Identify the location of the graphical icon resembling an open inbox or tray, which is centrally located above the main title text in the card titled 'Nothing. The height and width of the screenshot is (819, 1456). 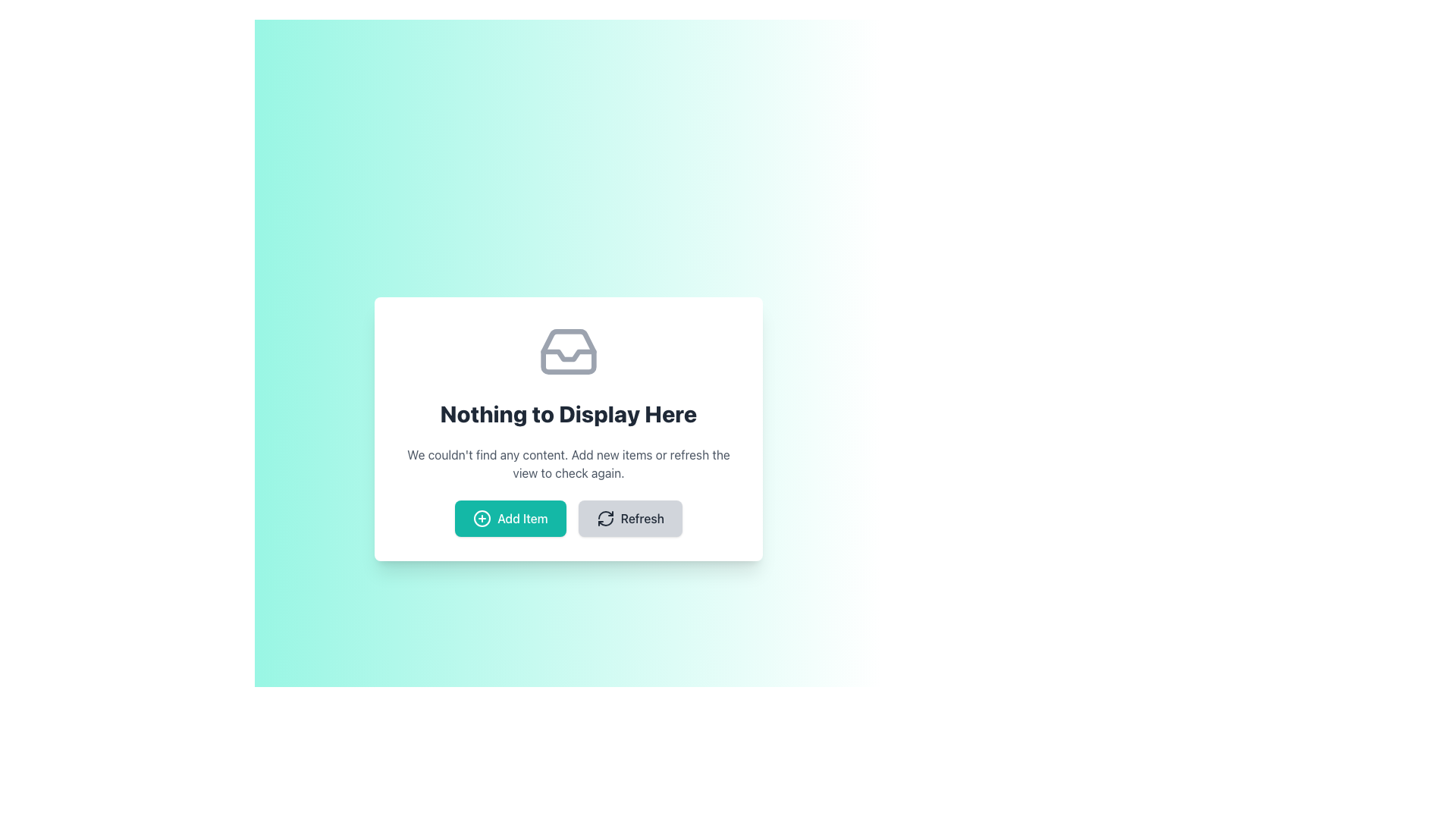
(567, 351).